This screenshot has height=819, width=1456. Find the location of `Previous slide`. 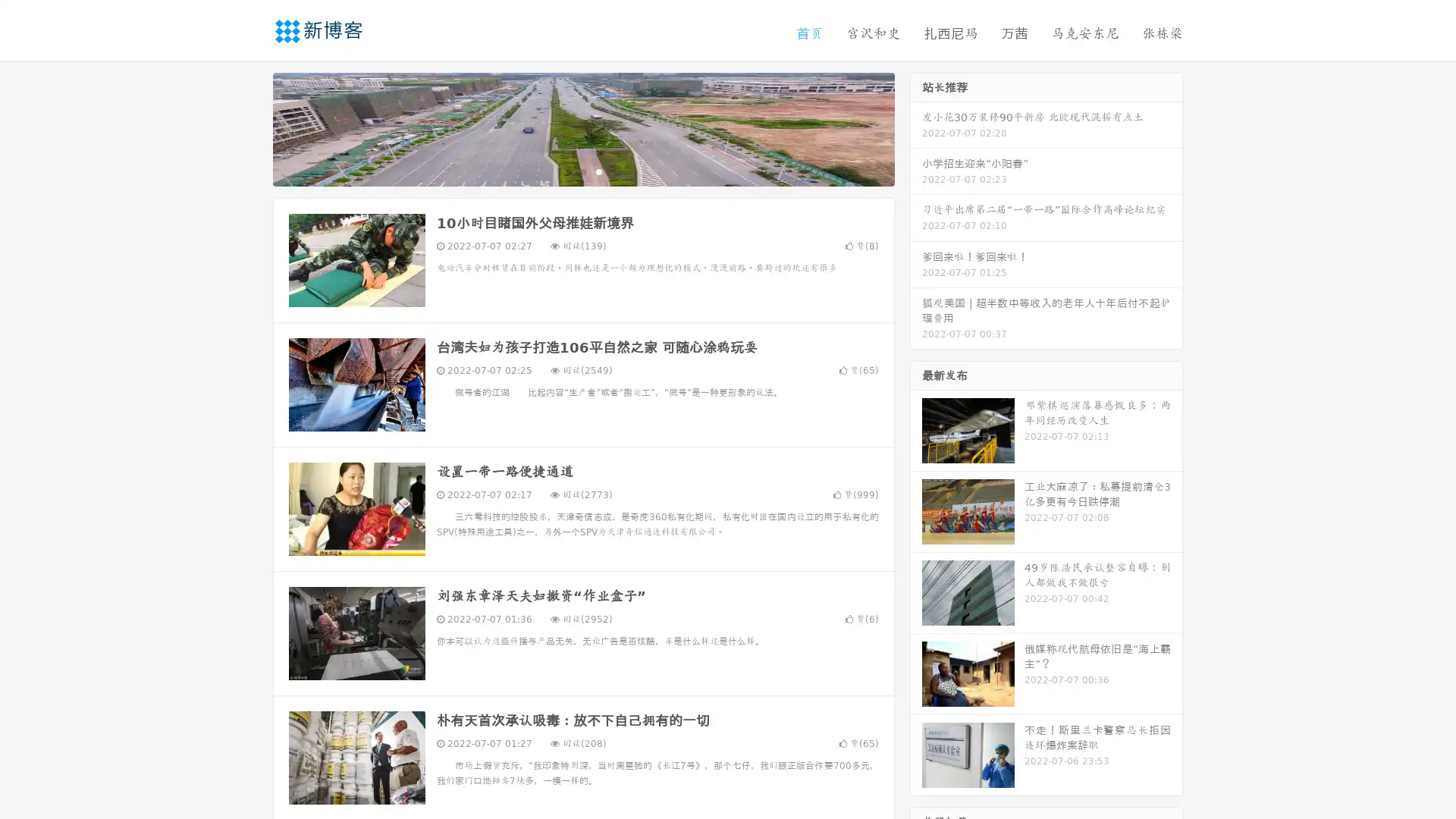

Previous slide is located at coordinates (250, 127).